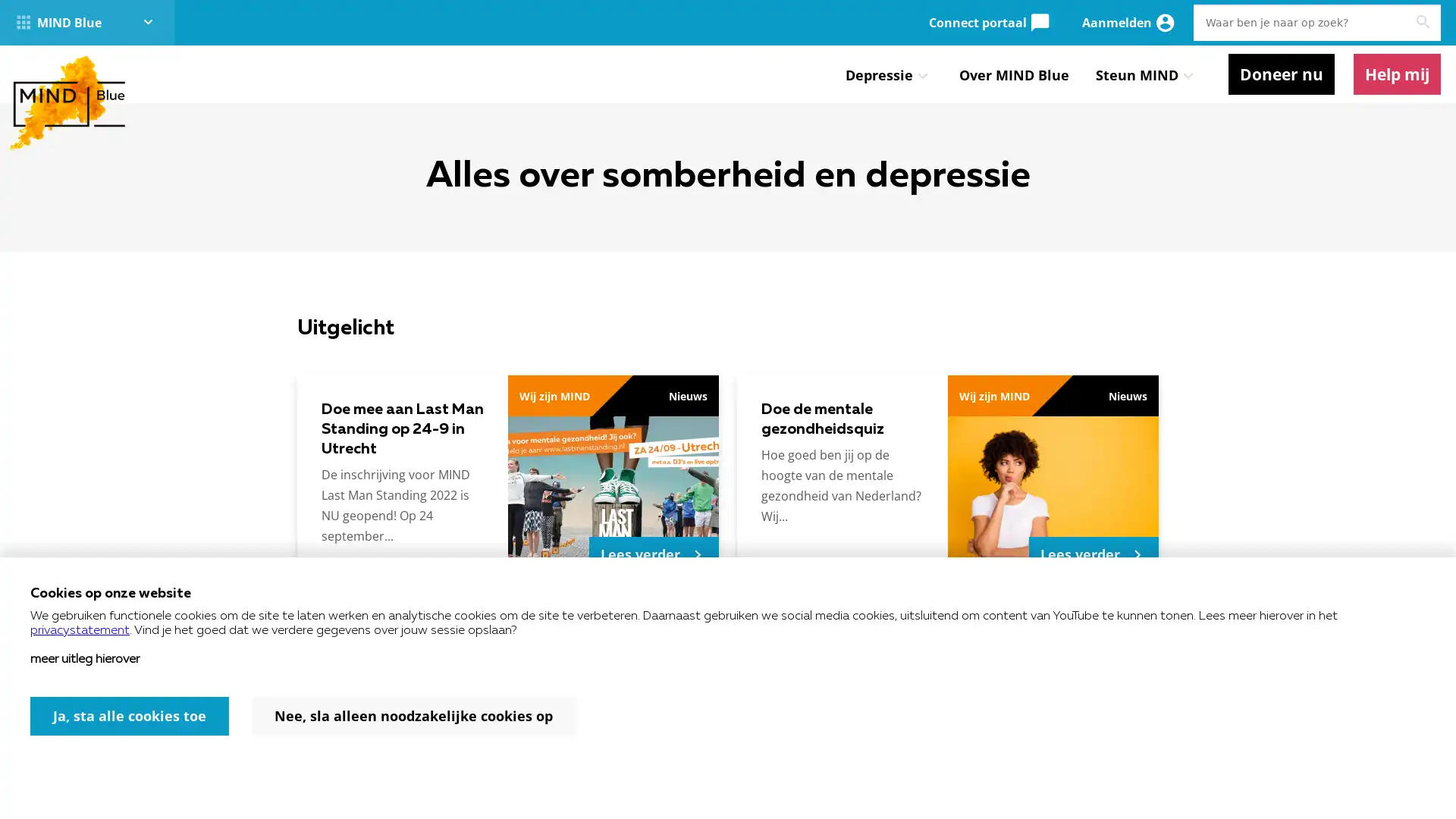  Describe the element at coordinates (413, 716) in the screenshot. I see `Nee, sla alleen noodzakelijke cookies op` at that location.